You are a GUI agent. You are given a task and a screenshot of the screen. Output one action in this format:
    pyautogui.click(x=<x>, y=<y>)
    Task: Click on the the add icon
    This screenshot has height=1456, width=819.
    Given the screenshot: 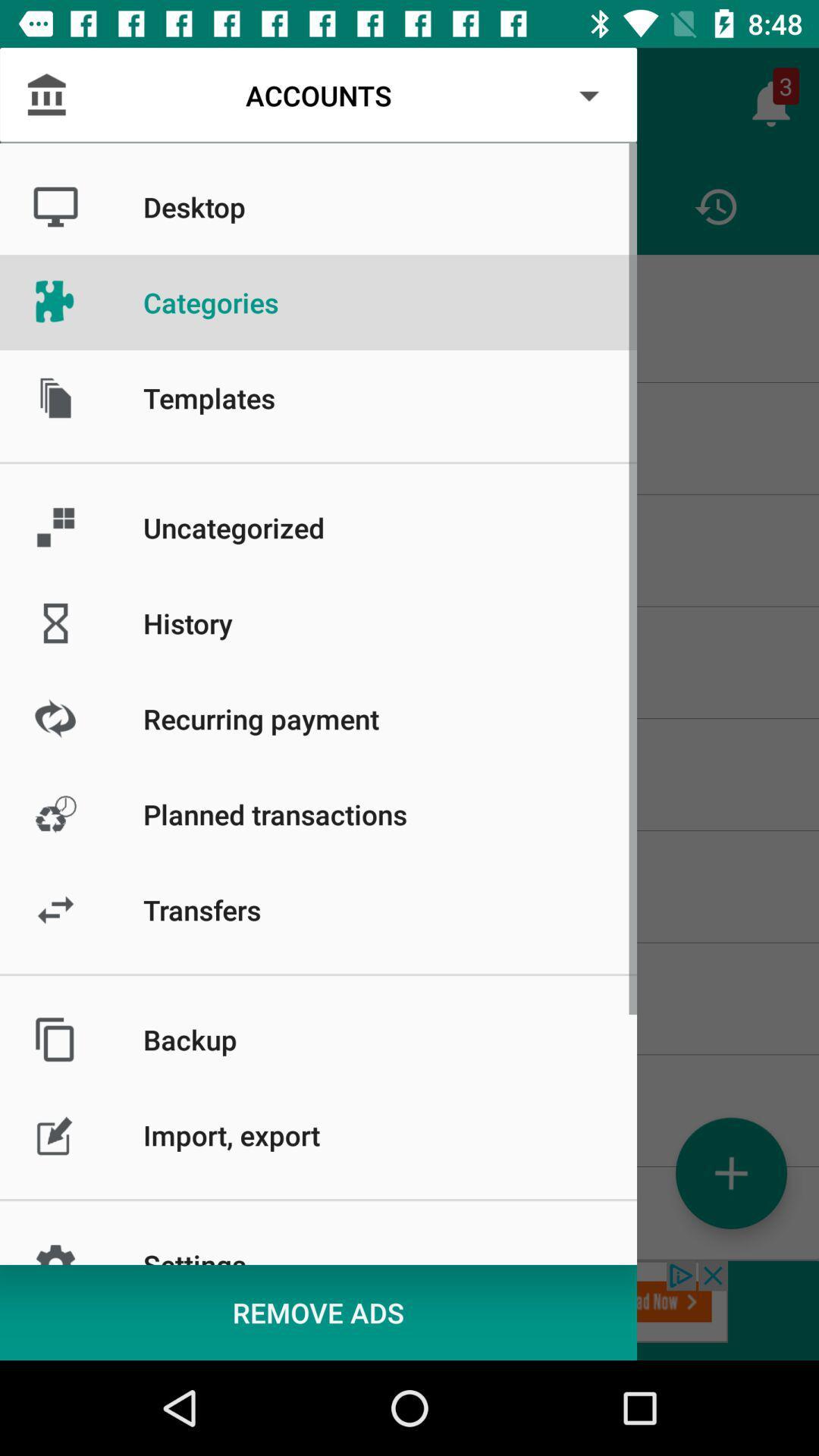 What is the action you would take?
    pyautogui.click(x=730, y=1172)
    